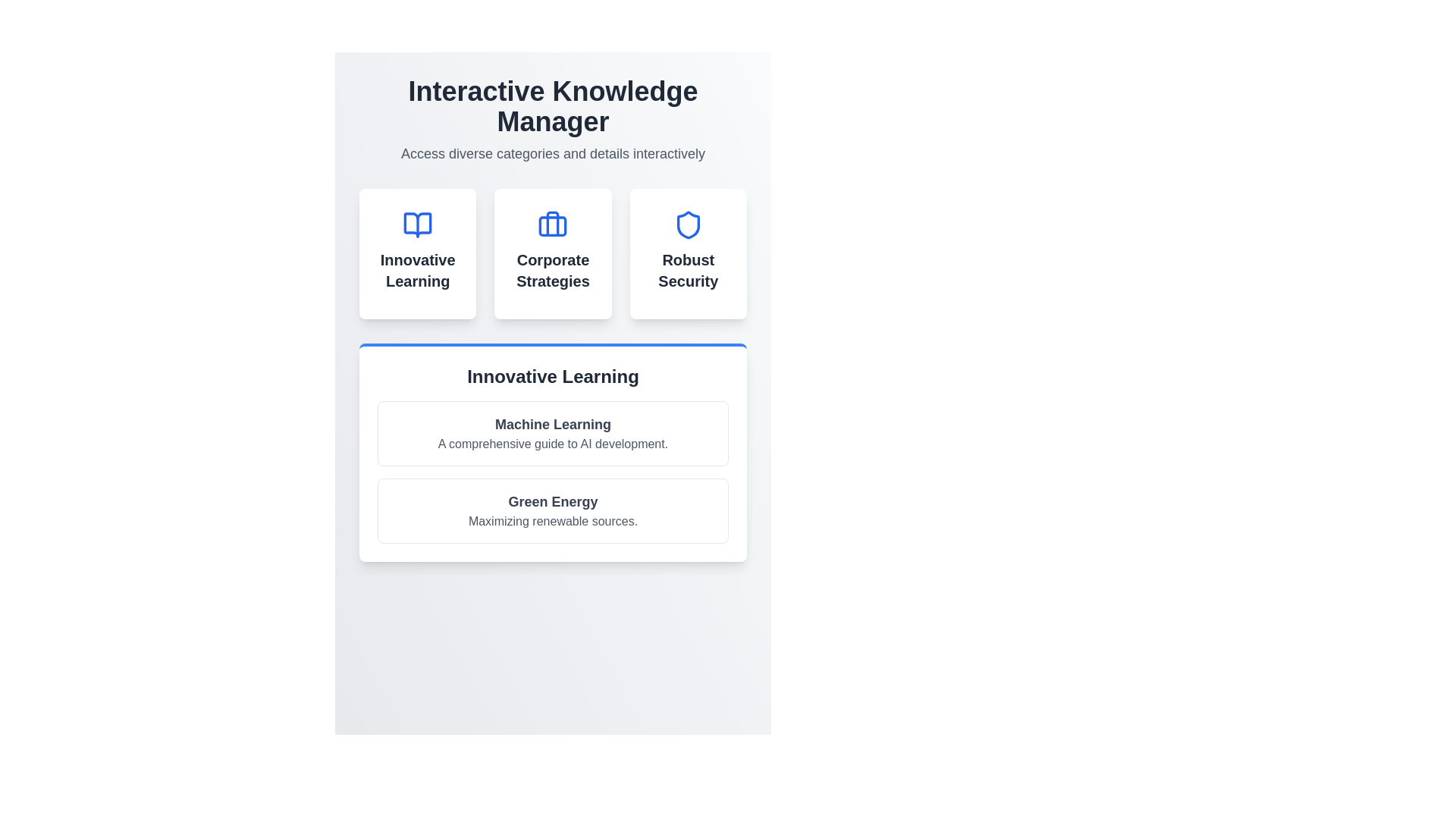 This screenshot has height=819, width=1456. What do you see at coordinates (418, 253) in the screenshot?
I see `the 'Innovative Learning' category selection tile, which is the first tile in the top row of three tiles, located directly left of the 'Corporate Strategies' tile` at bounding box center [418, 253].